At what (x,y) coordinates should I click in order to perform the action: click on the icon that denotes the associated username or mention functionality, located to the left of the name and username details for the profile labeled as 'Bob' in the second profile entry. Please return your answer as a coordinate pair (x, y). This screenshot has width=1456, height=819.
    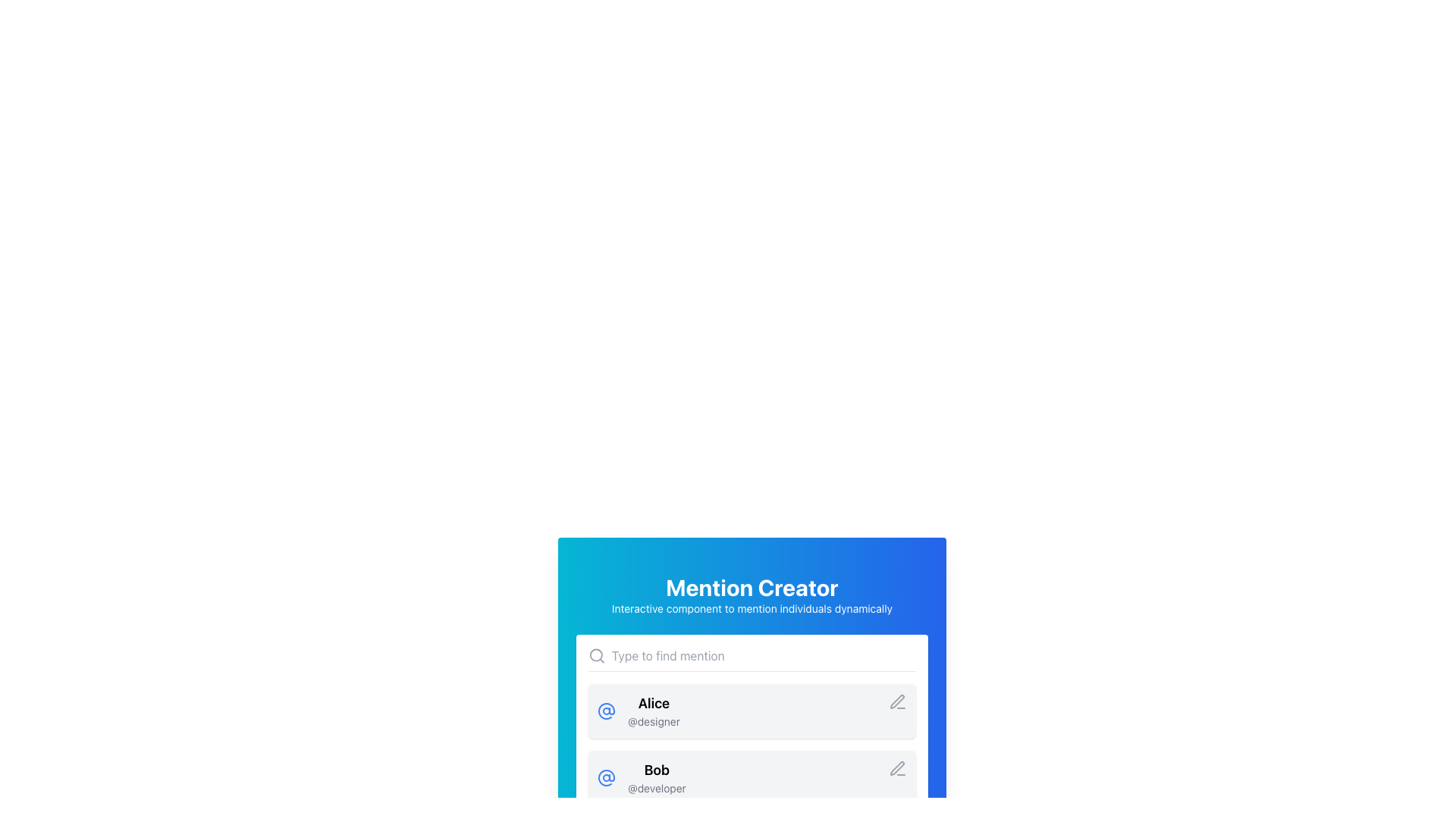
    Looking at the image, I should click on (607, 711).